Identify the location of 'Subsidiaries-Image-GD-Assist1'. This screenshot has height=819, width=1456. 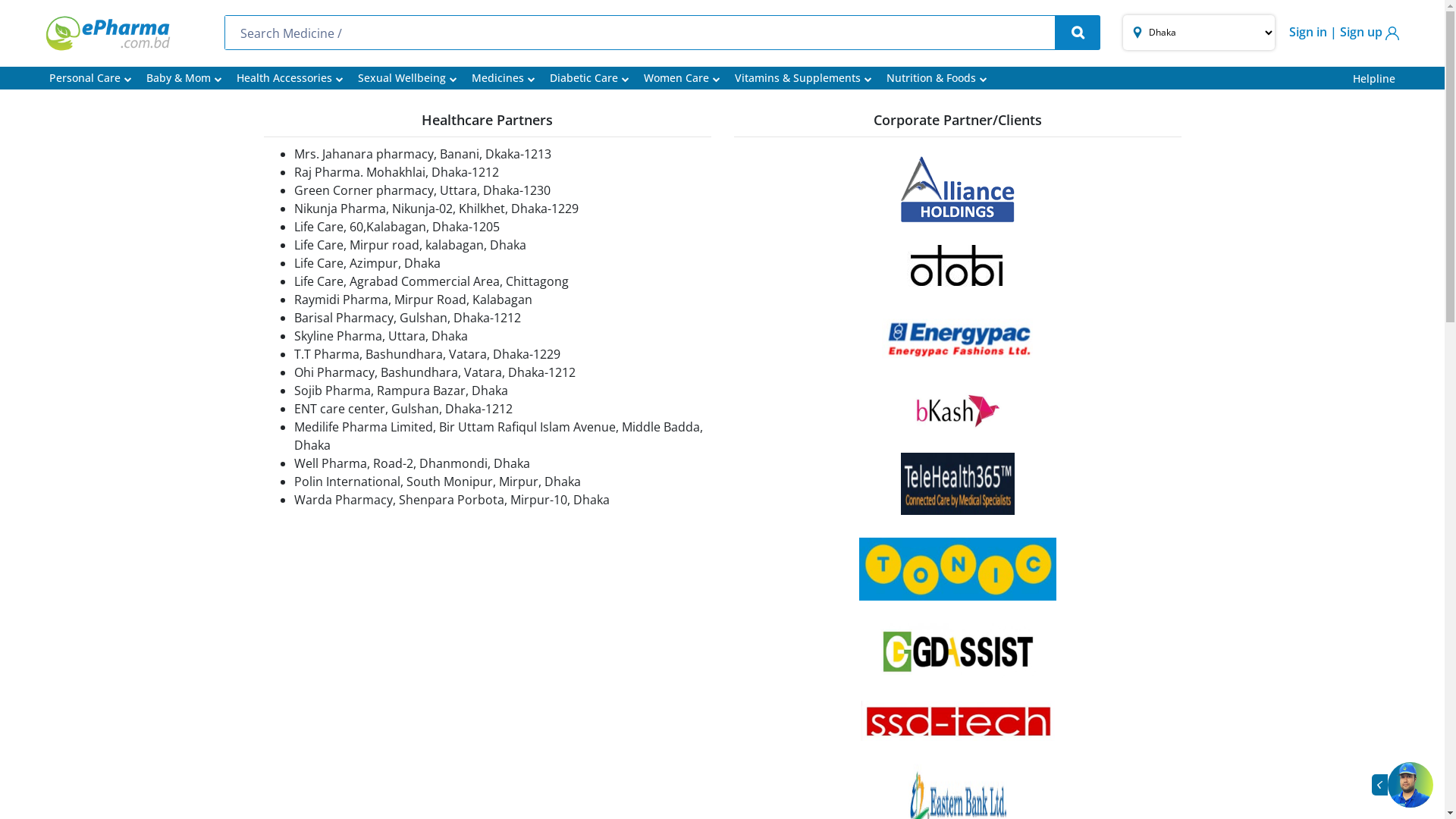
(956, 649).